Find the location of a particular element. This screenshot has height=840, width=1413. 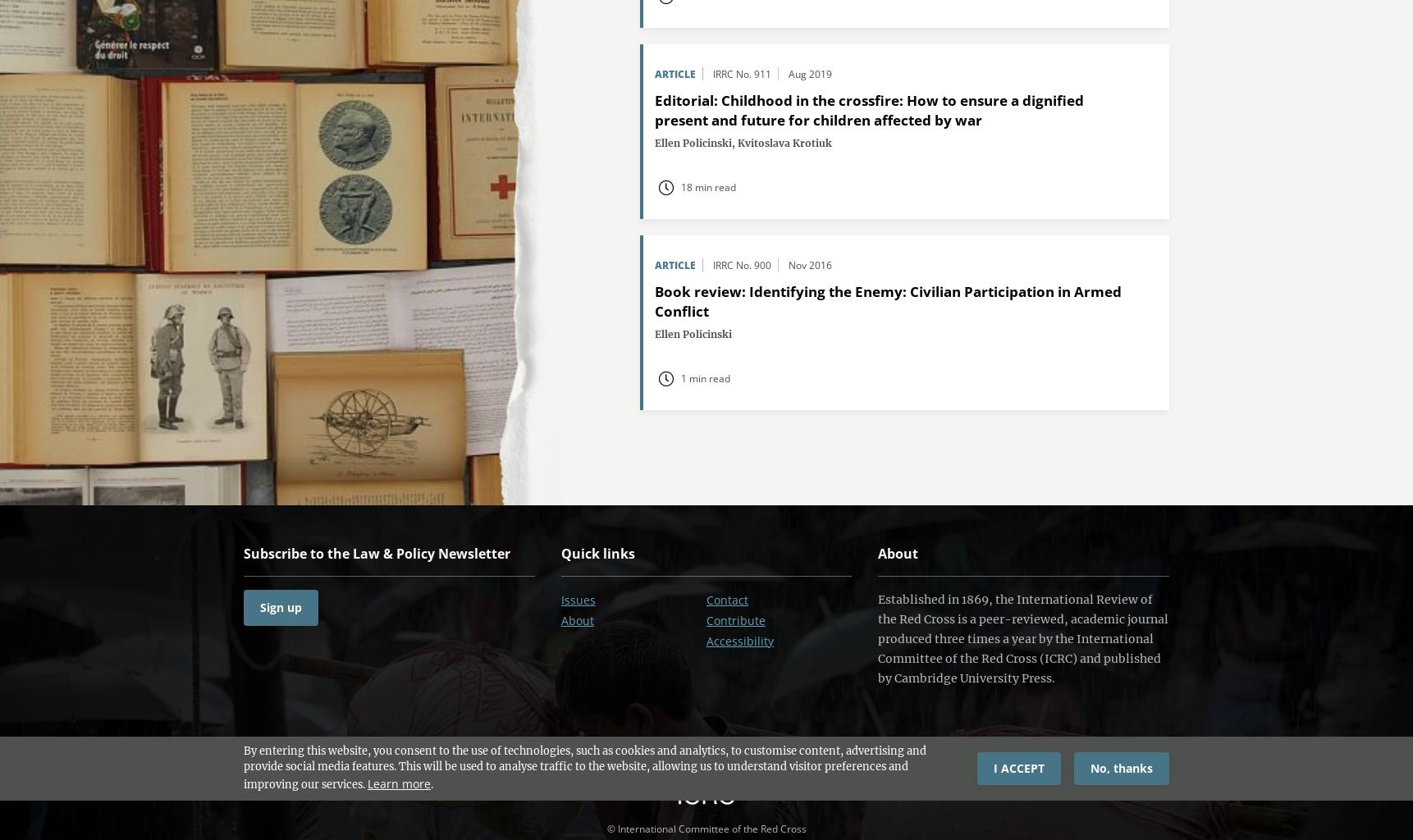

'Ellen Policinski, Kvitoslava Krotiuk' is located at coordinates (654, 143).